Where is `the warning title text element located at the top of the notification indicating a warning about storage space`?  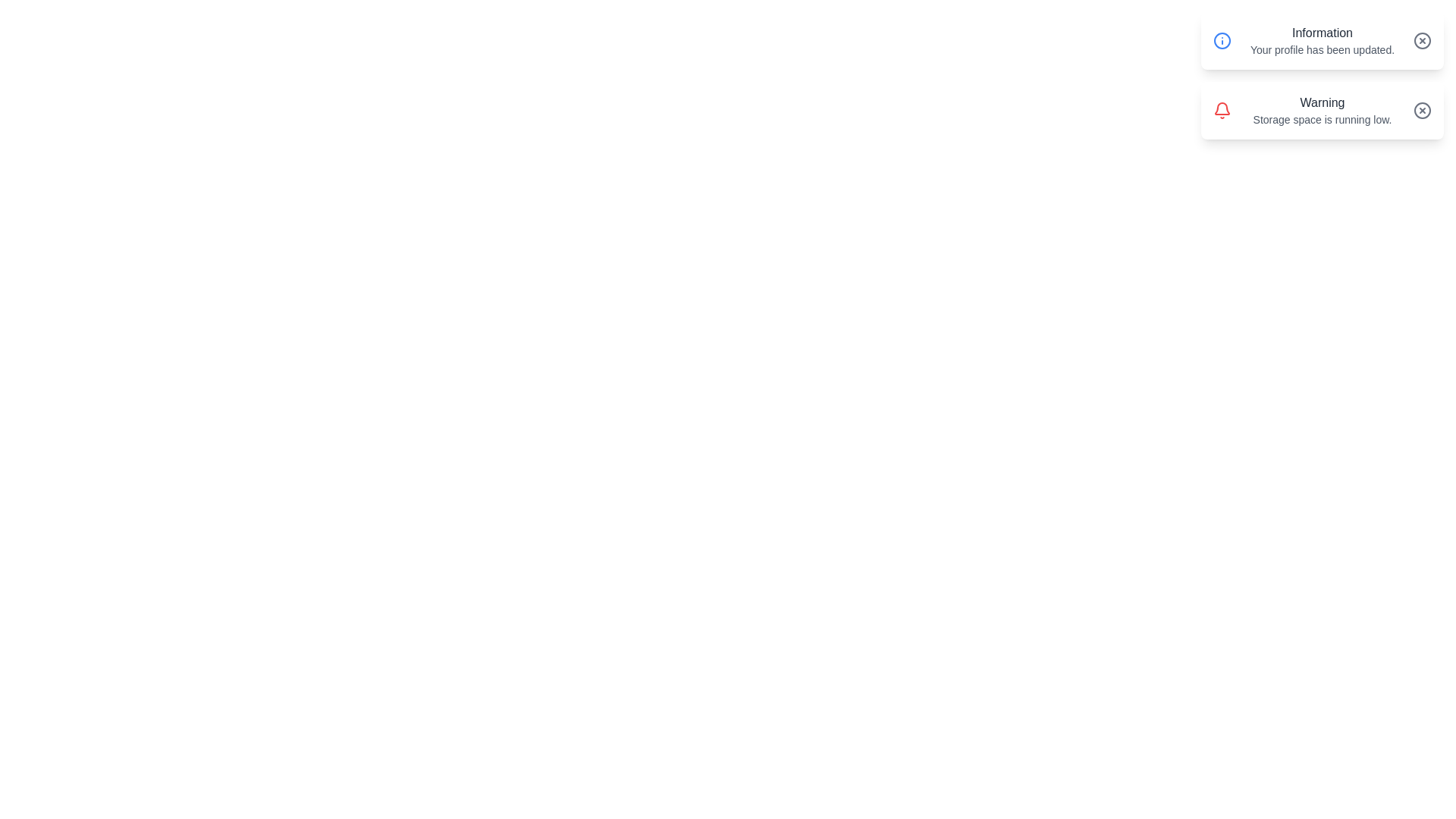
the warning title text element located at the top of the notification indicating a warning about storage space is located at coordinates (1321, 102).